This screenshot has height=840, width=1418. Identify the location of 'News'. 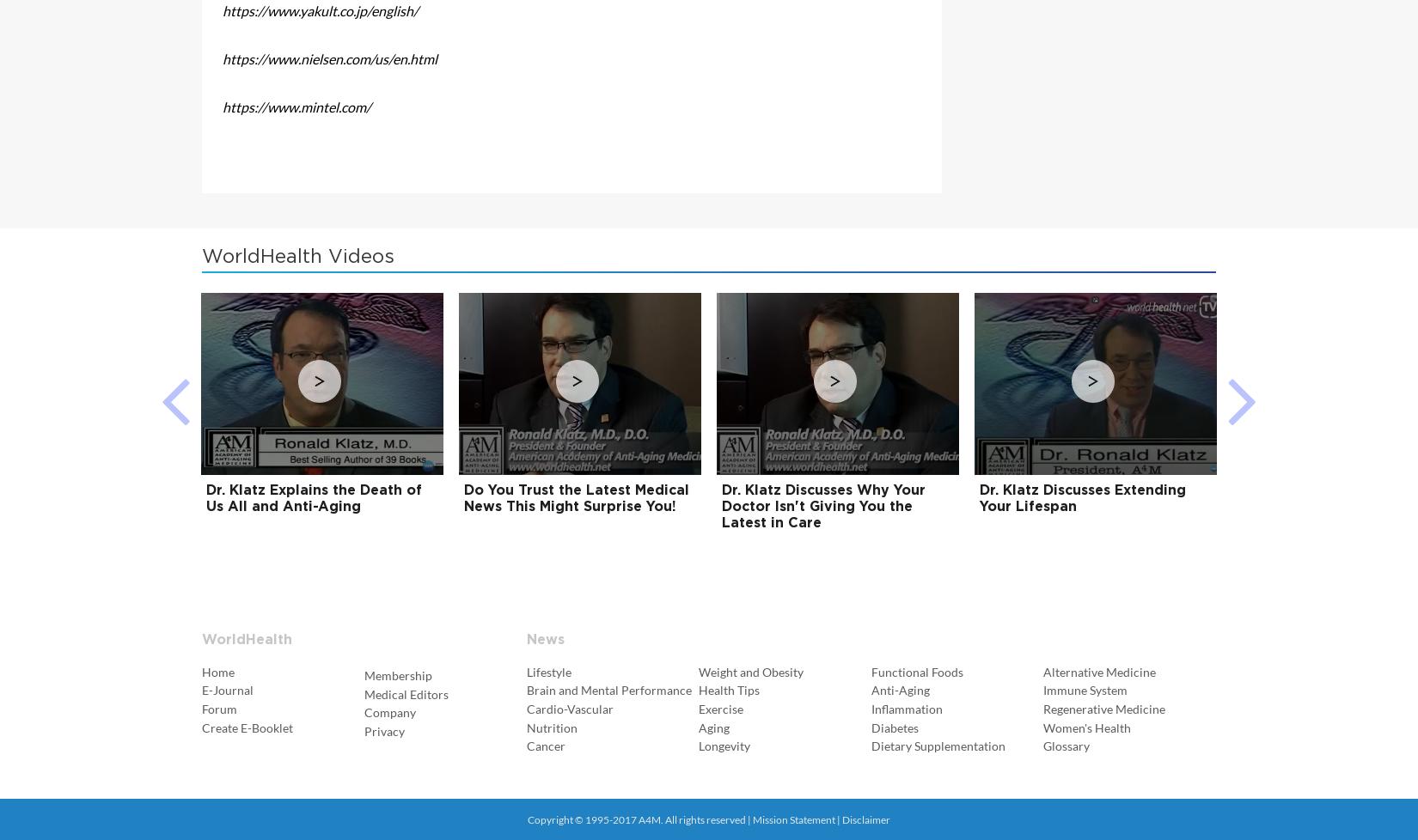
(543, 639).